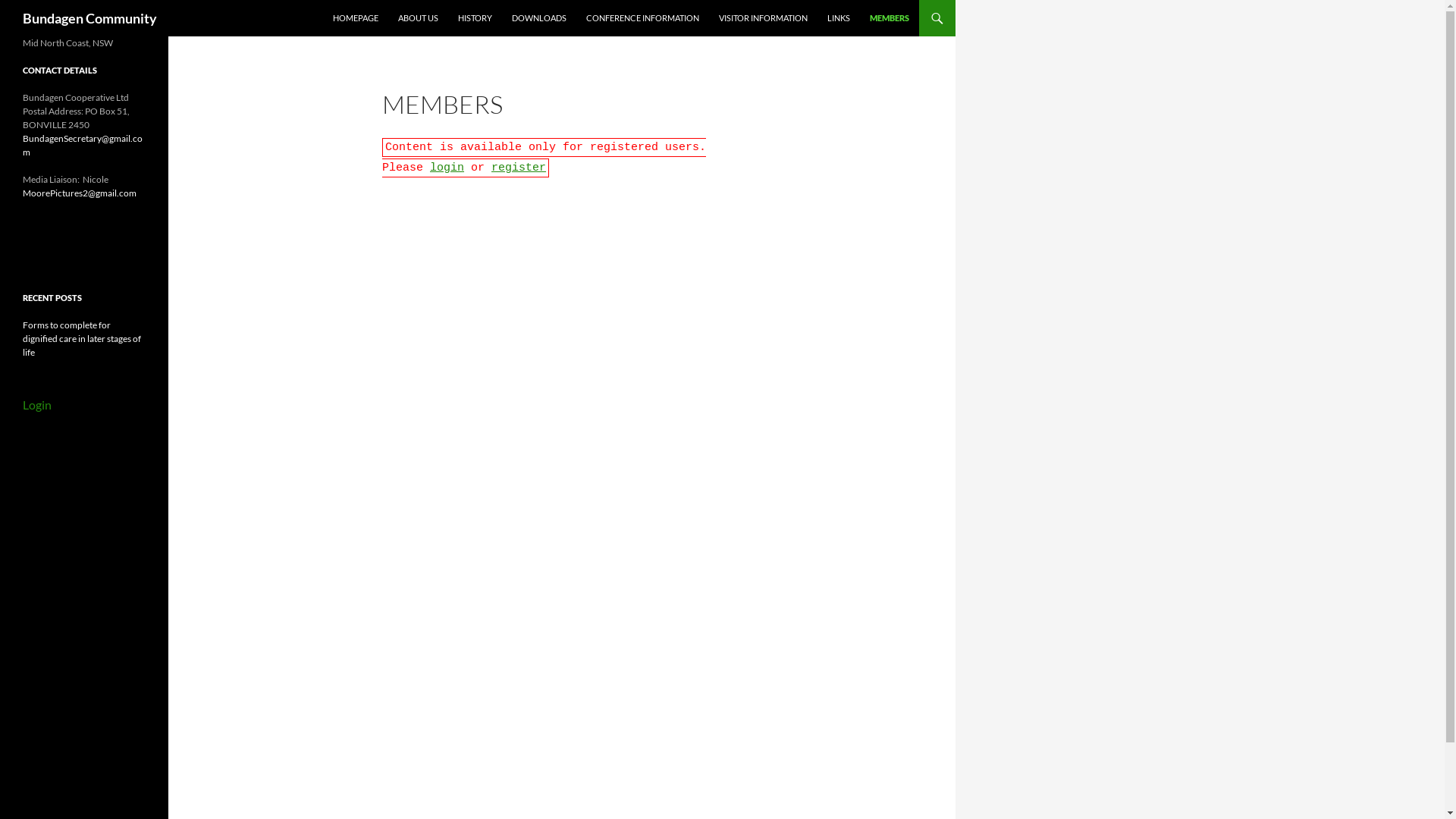  Describe the element at coordinates (418, 17) in the screenshot. I see `'ABOUT US'` at that location.